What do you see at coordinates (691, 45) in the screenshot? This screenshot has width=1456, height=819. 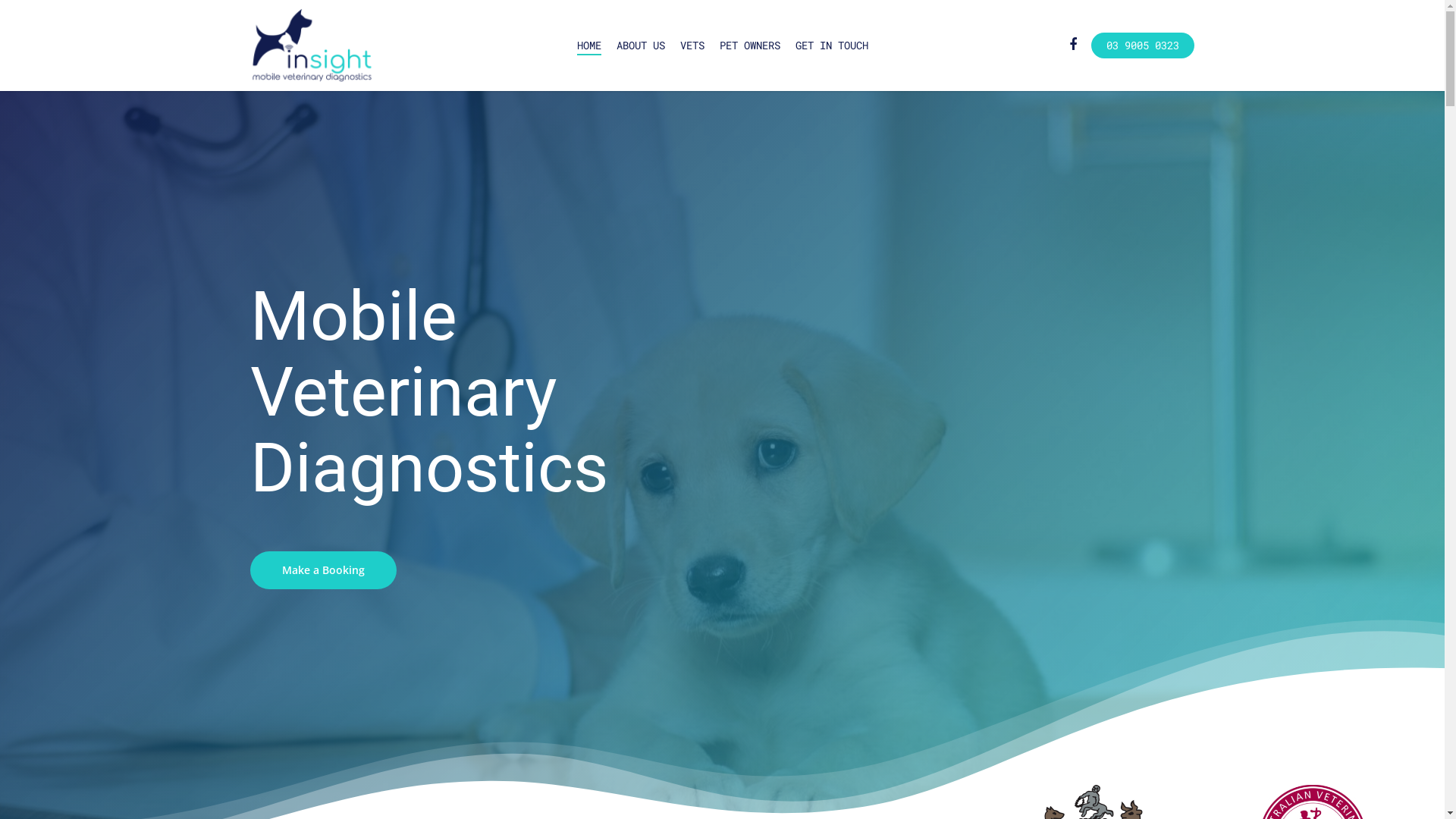 I see `'VETS'` at bounding box center [691, 45].